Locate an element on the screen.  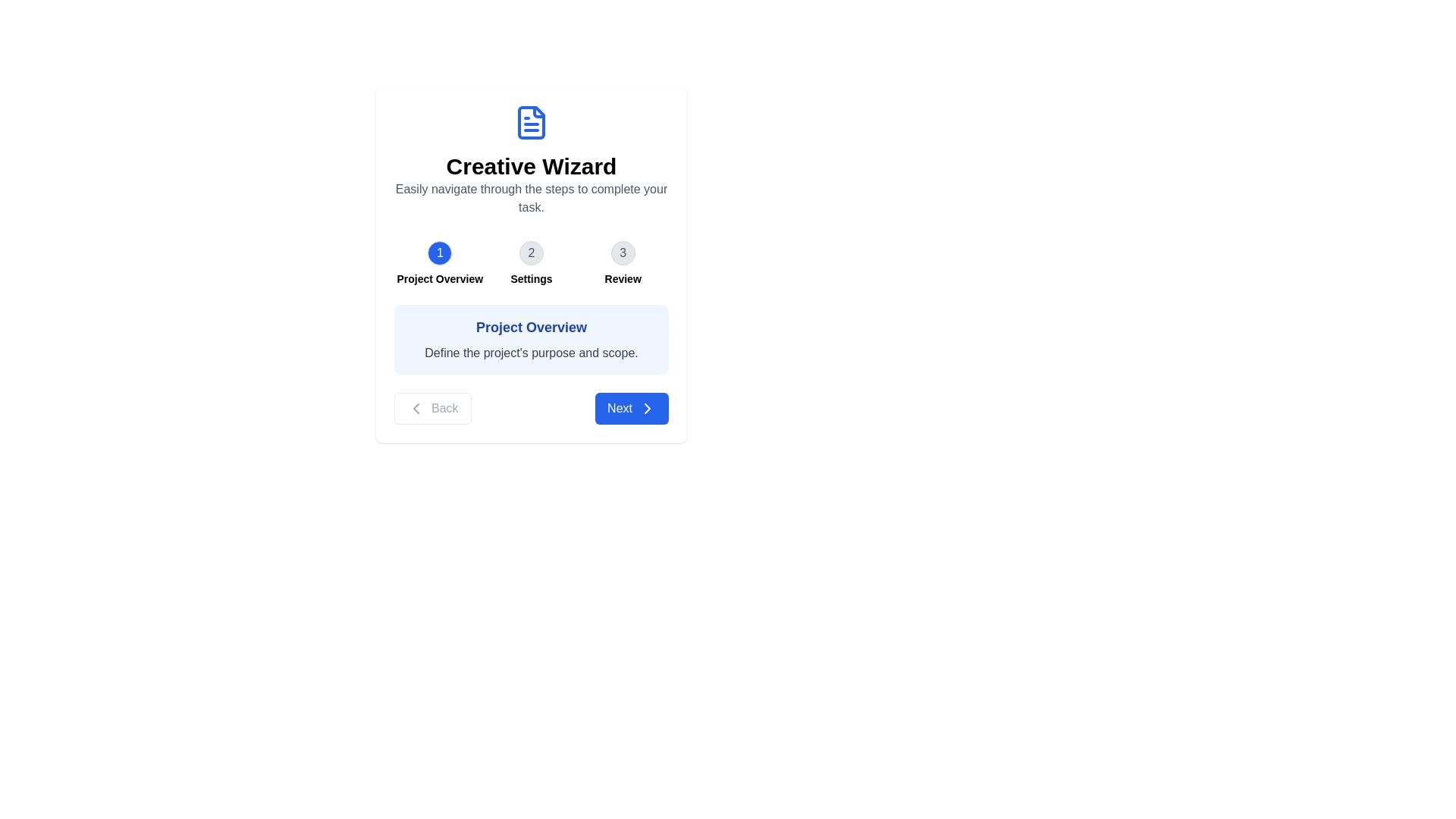
the Step indicator component, which represents the second step in the multi-step process is located at coordinates (531, 262).